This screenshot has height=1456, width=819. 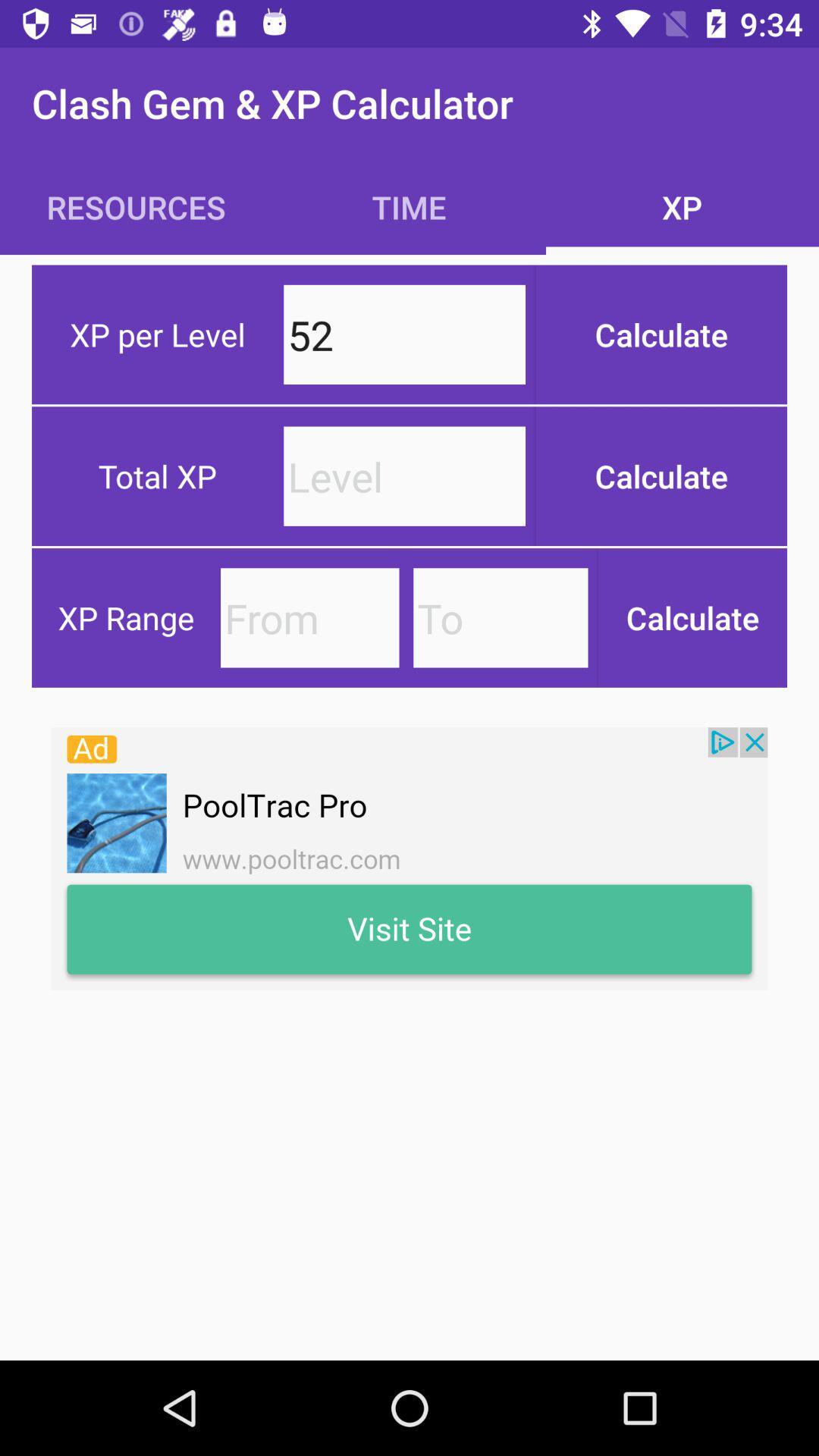 What do you see at coordinates (409, 858) in the screenshot?
I see `image link to advertisement` at bounding box center [409, 858].